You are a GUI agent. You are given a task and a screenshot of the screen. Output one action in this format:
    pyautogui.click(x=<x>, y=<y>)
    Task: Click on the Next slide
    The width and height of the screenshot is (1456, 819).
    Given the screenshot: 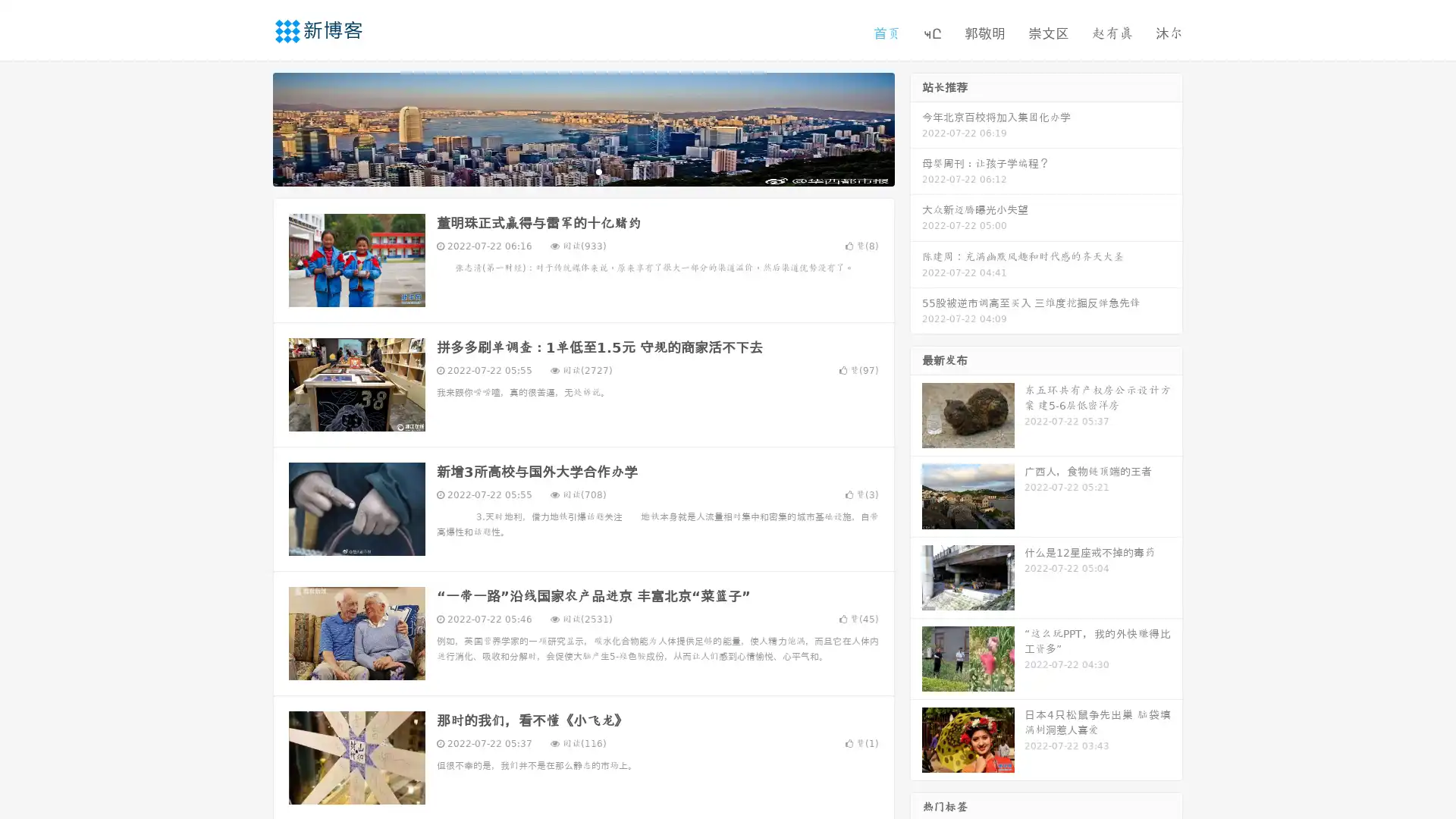 What is the action you would take?
    pyautogui.click(x=916, y=127)
    